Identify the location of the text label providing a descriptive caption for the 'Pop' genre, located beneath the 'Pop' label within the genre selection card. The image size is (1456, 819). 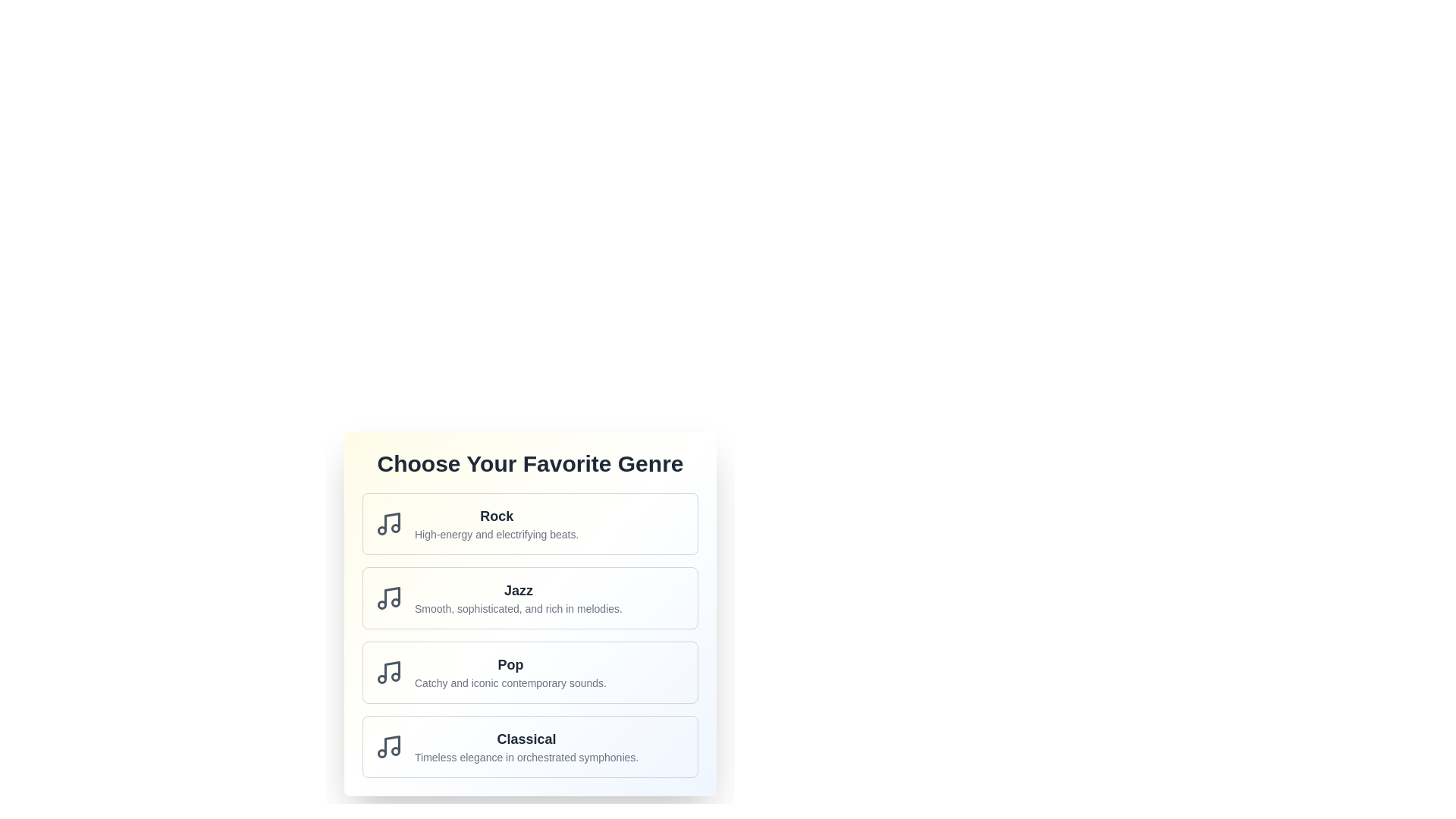
(510, 683).